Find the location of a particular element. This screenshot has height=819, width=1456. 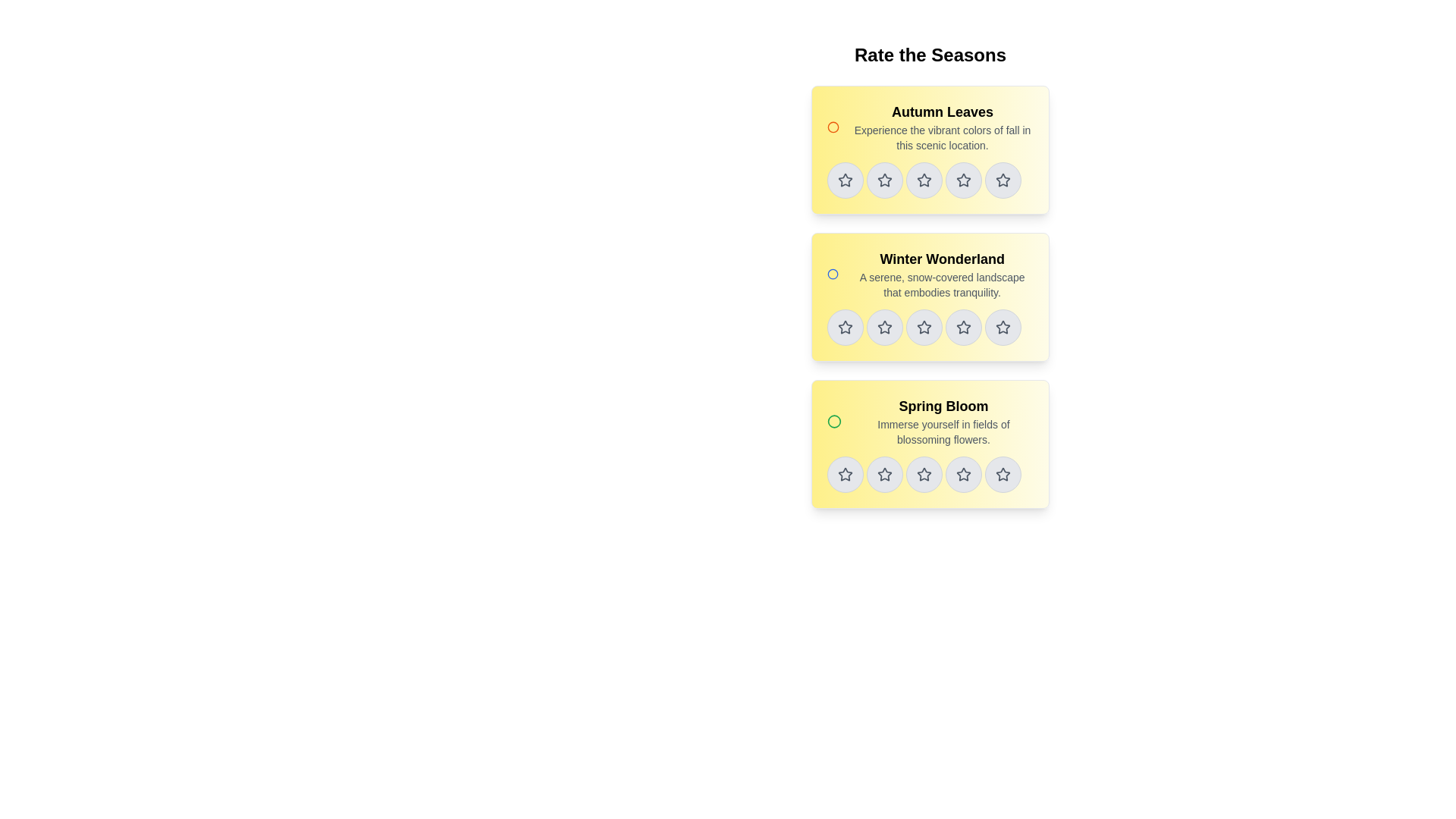

the star button in the Rating component located in the lower section of the 'Autumn Leaves' card to set the rating is located at coordinates (930, 180).